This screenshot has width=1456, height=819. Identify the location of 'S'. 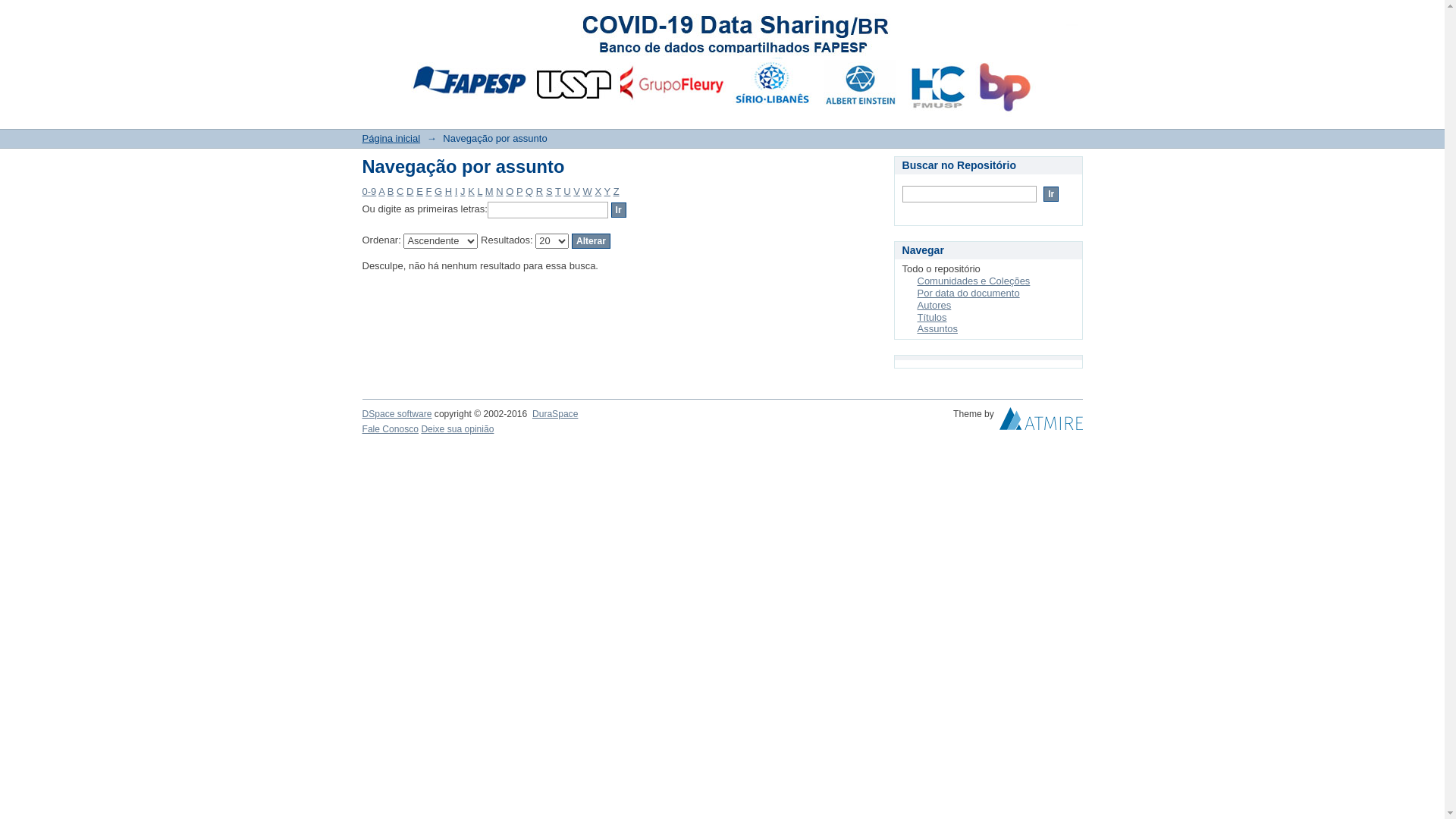
(546, 190).